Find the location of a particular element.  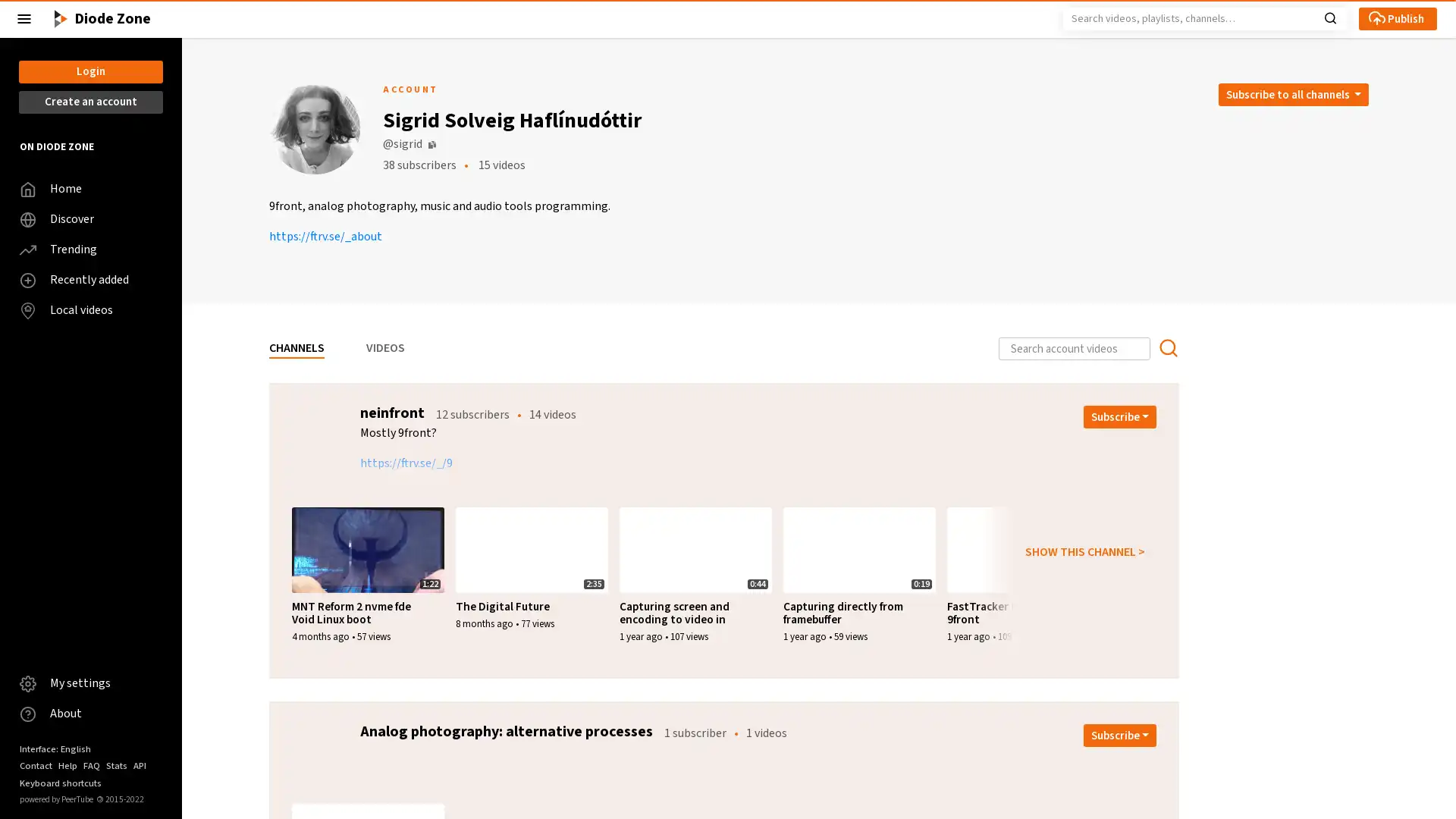

Search is located at coordinates (1329, 17).